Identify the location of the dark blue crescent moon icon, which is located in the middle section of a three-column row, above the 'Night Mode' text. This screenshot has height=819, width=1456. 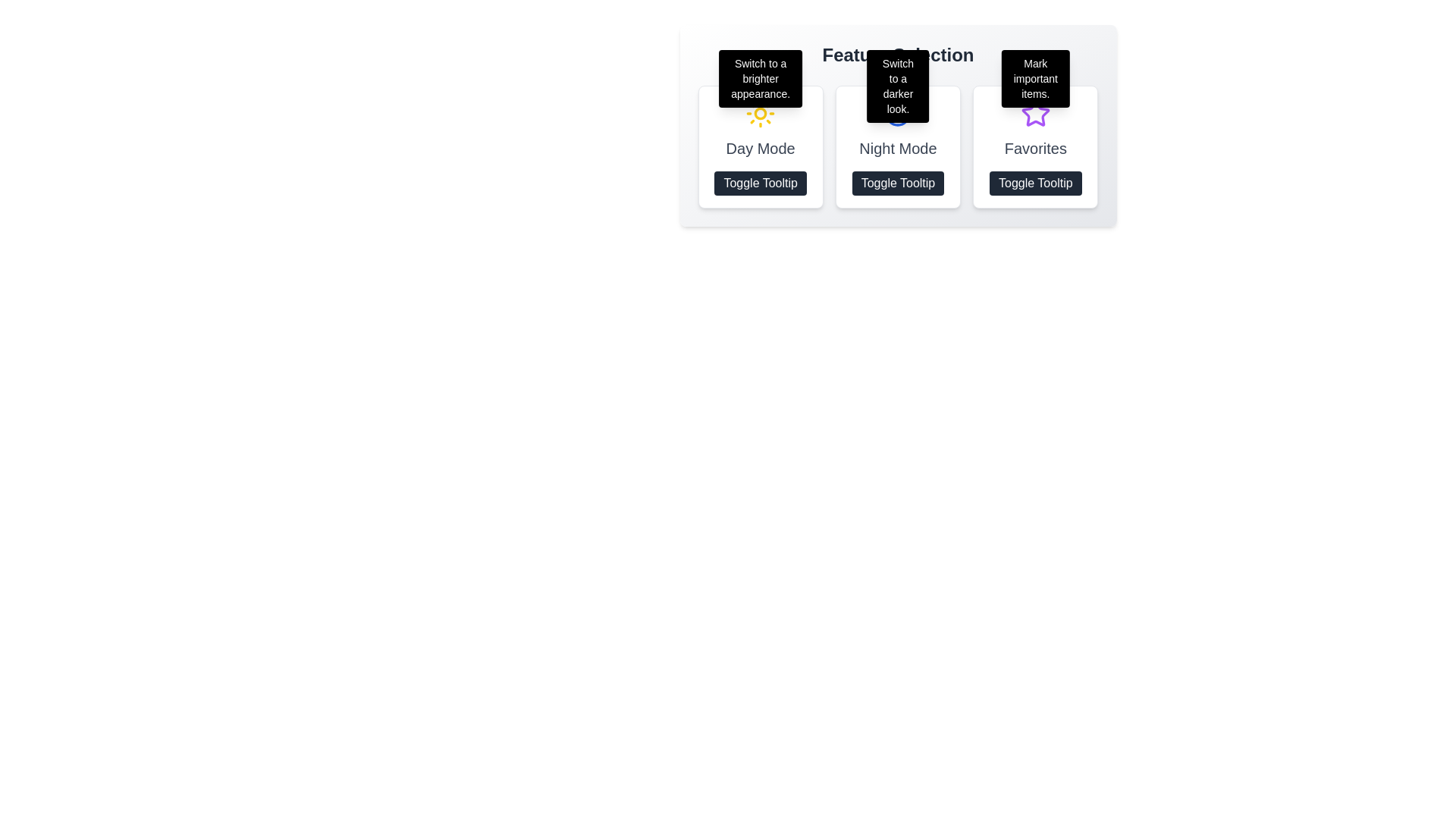
(898, 113).